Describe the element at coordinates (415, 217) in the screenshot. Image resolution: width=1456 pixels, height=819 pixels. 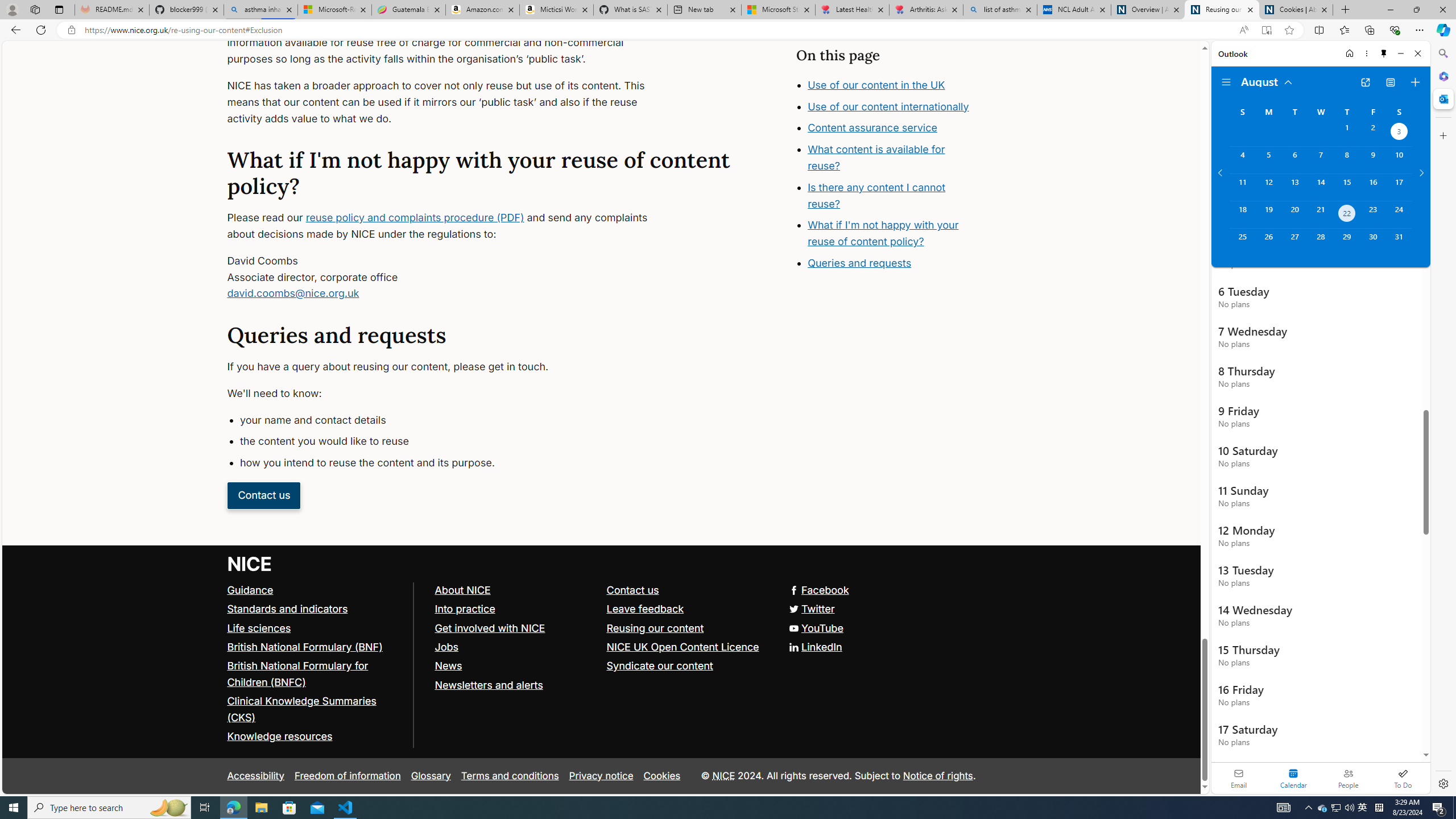
I see `'reuse policy and complaints procedure (PDF)'` at that location.